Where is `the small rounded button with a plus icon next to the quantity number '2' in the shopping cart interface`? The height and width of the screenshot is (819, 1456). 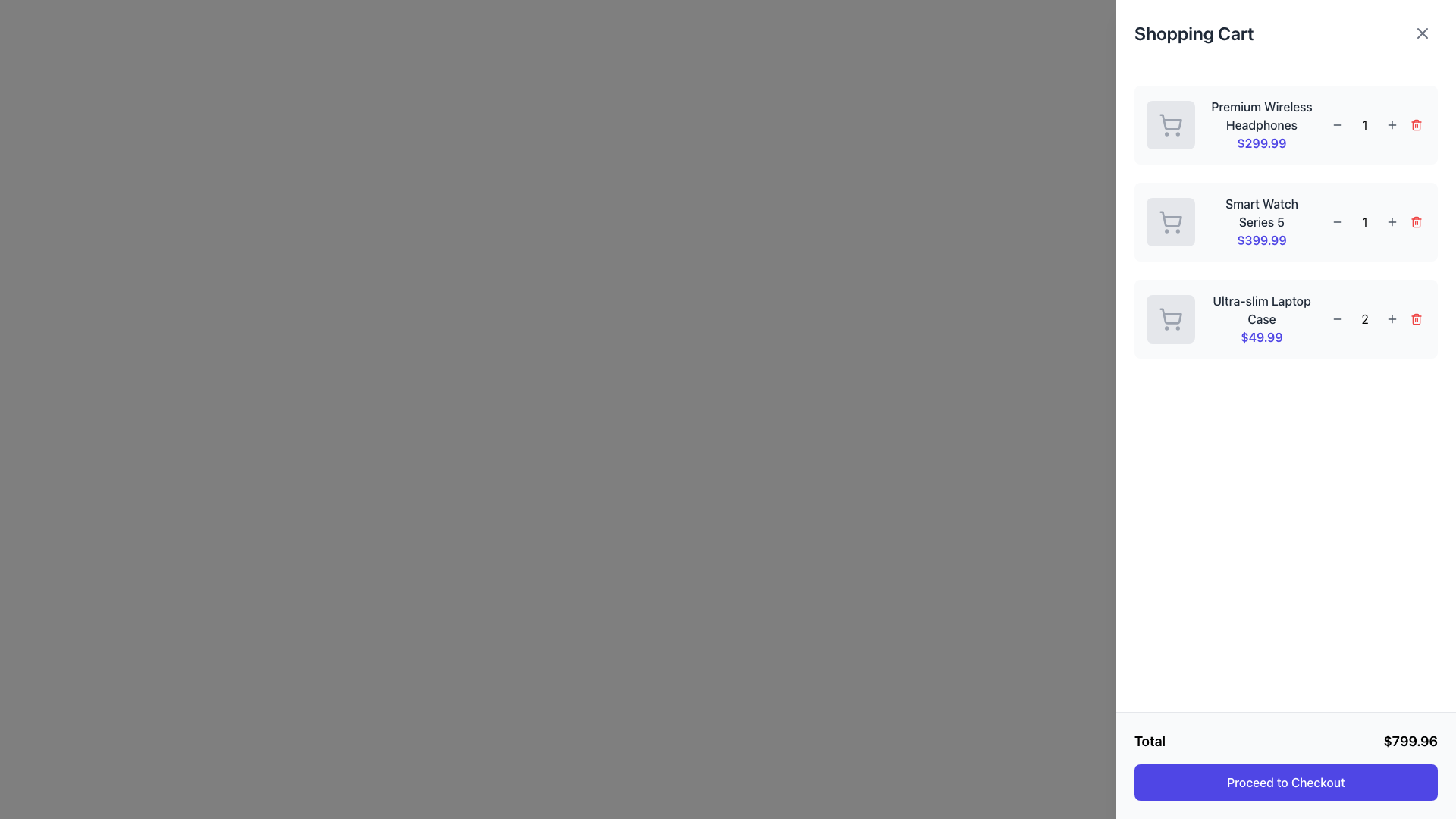
the small rounded button with a plus icon next to the quantity number '2' in the shopping cart interface is located at coordinates (1392, 318).